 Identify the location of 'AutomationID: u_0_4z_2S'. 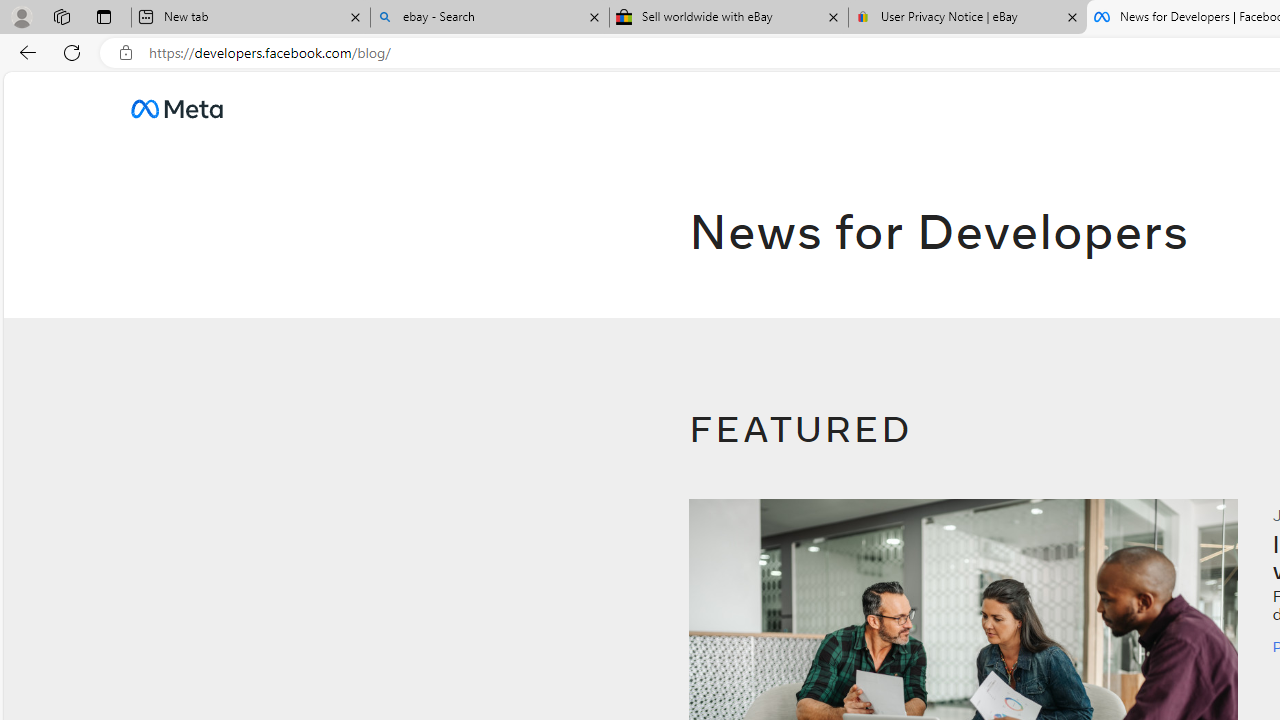
(176, 108).